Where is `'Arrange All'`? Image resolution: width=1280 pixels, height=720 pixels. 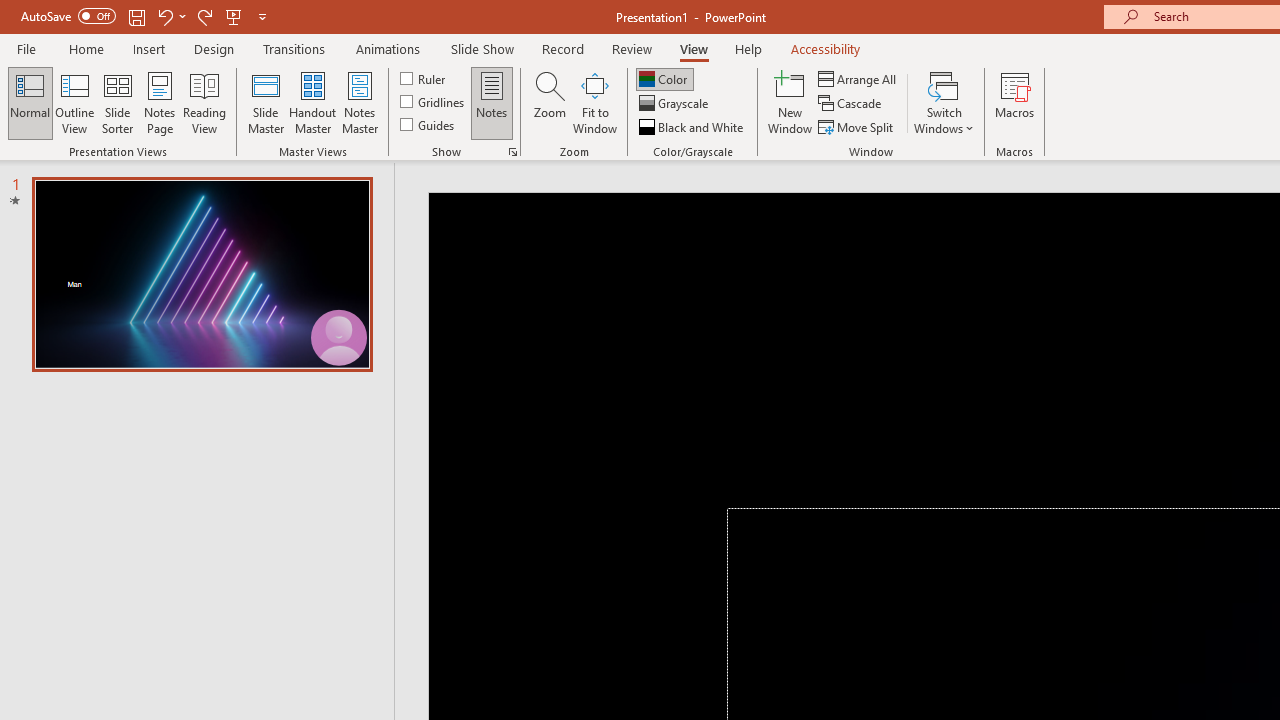 'Arrange All' is located at coordinates (858, 78).